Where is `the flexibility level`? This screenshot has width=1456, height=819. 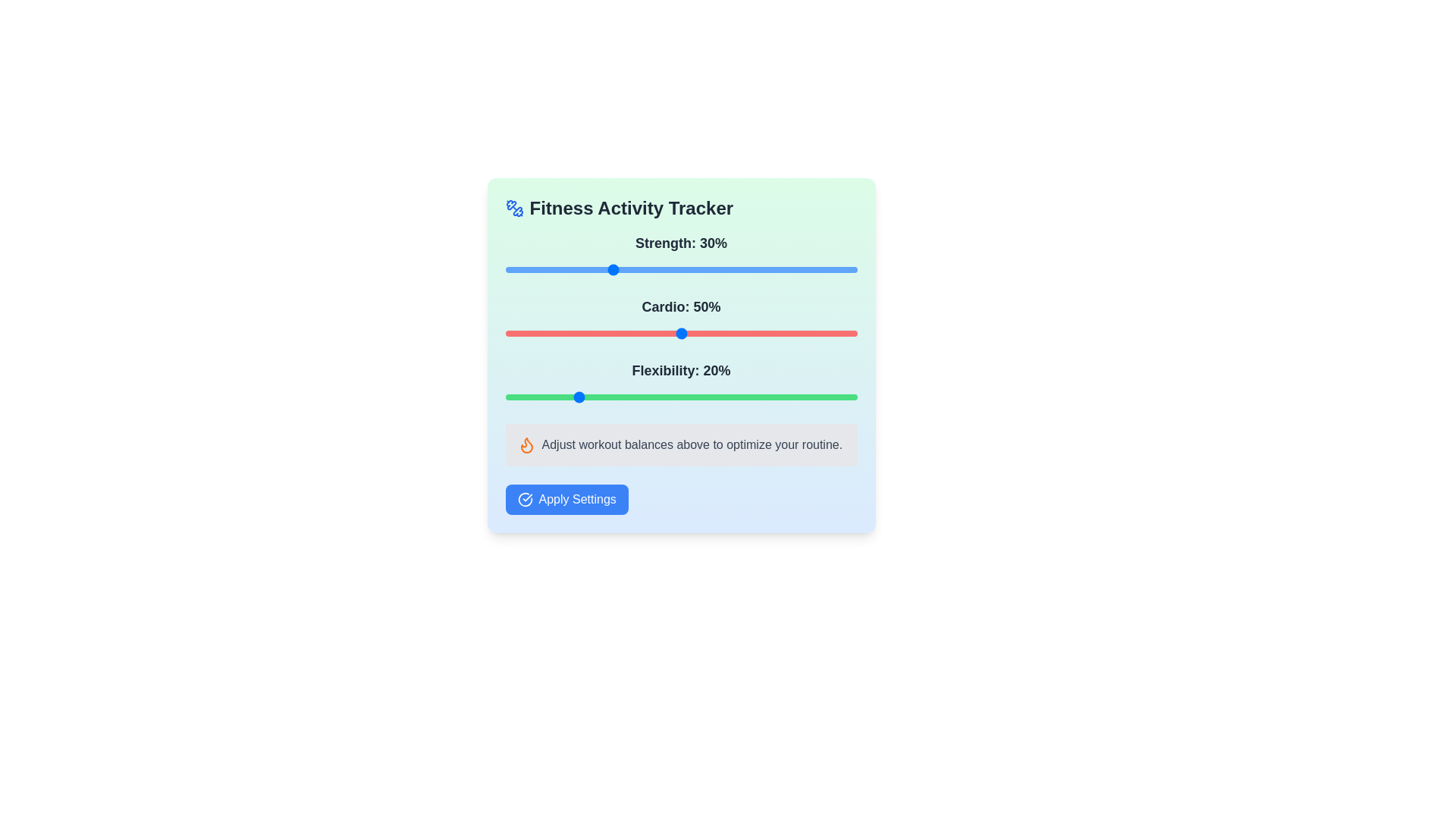 the flexibility level is located at coordinates (691, 397).